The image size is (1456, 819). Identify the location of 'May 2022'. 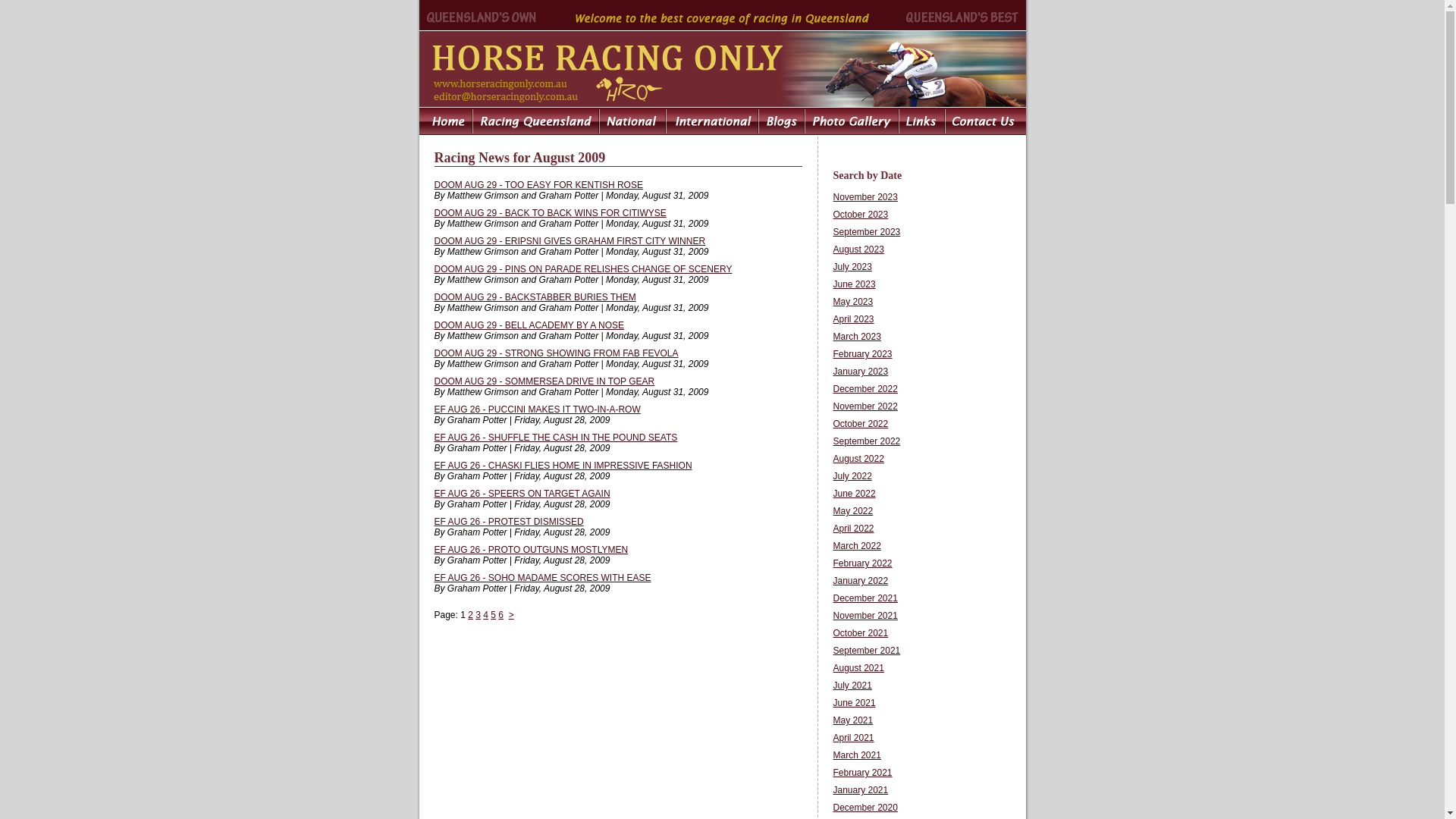
(852, 511).